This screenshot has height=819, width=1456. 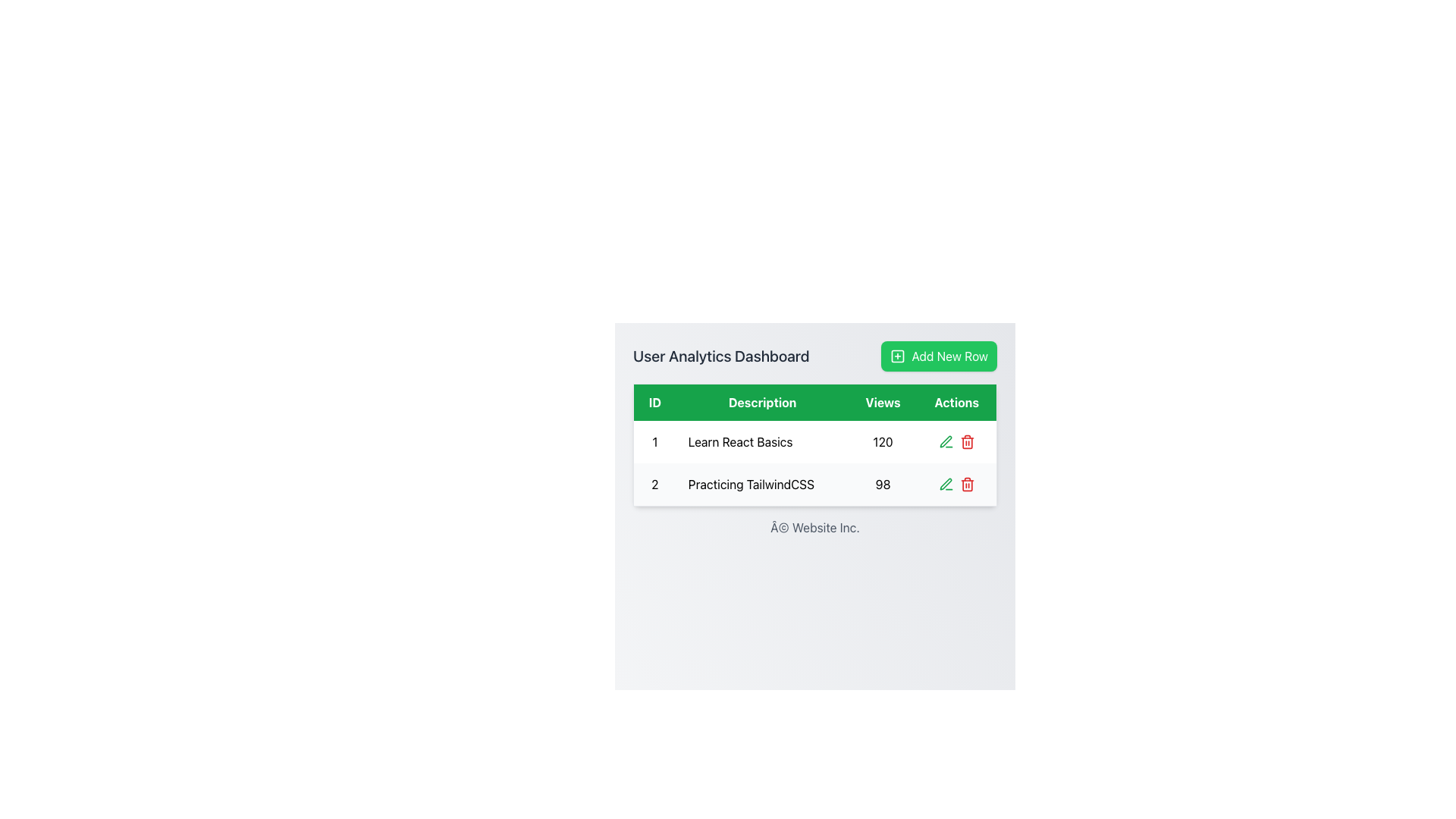 What do you see at coordinates (945, 441) in the screenshot?
I see `the edit icon button located in the 'Actions' column of the row, positioned to the left of the red delete icon` at bounding box center [945, 441].